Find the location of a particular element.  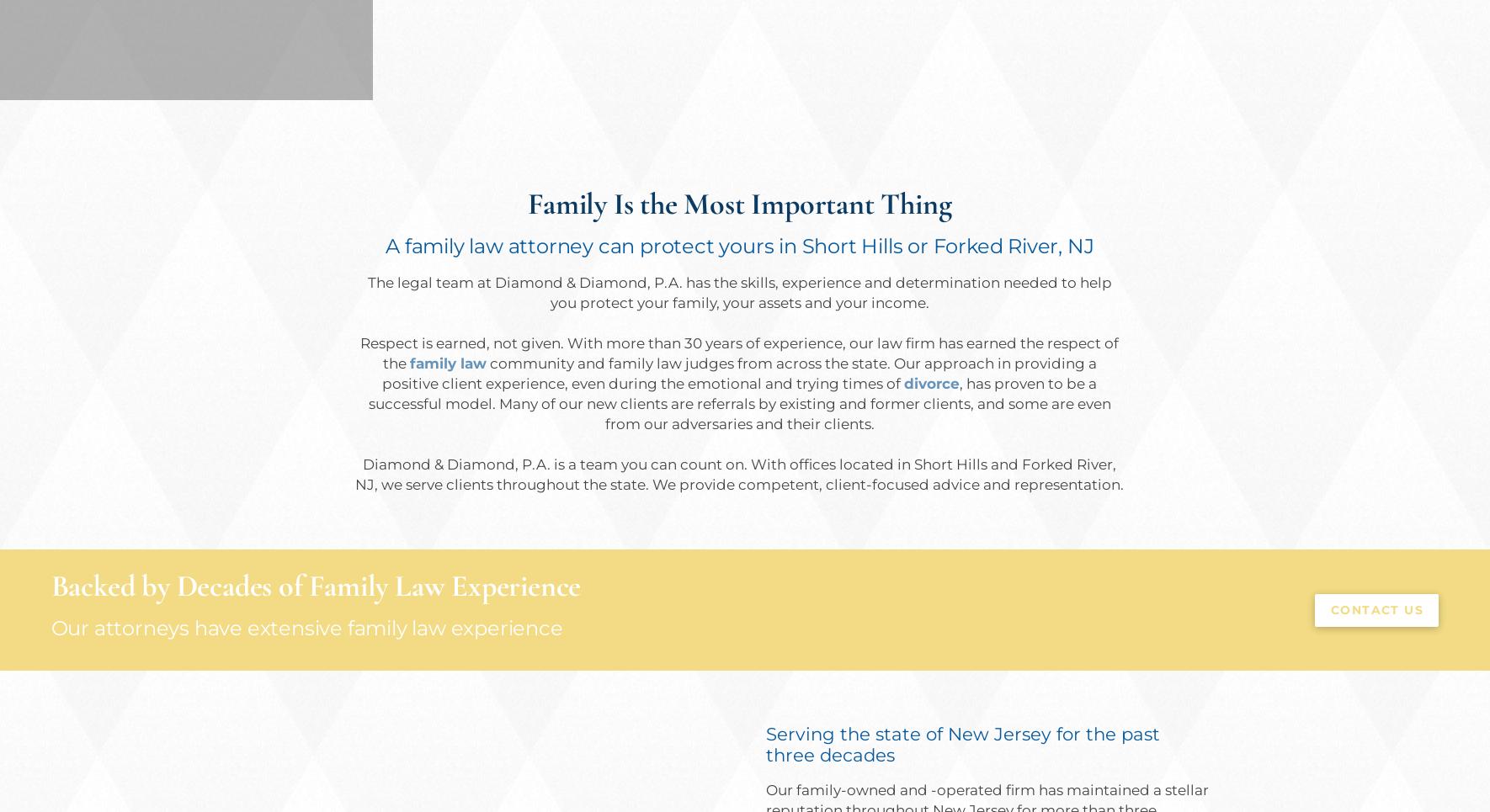

'family law' is located at coordinates (447, 364).